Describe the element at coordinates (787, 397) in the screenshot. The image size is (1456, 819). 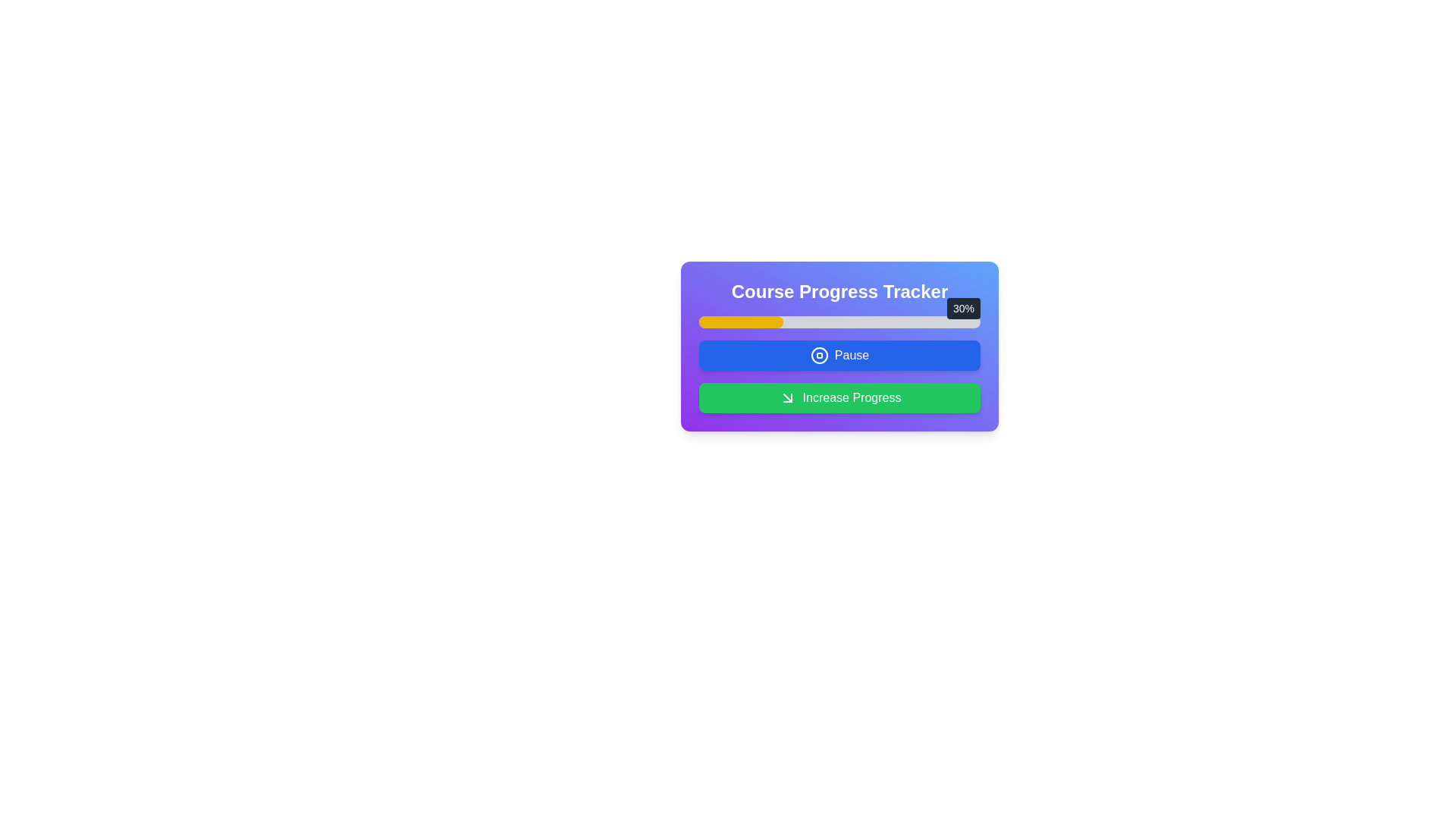
I see `the downward-right arrow icon inside the green 'Increase Progress' button located at the bottom of the interface` at that location.